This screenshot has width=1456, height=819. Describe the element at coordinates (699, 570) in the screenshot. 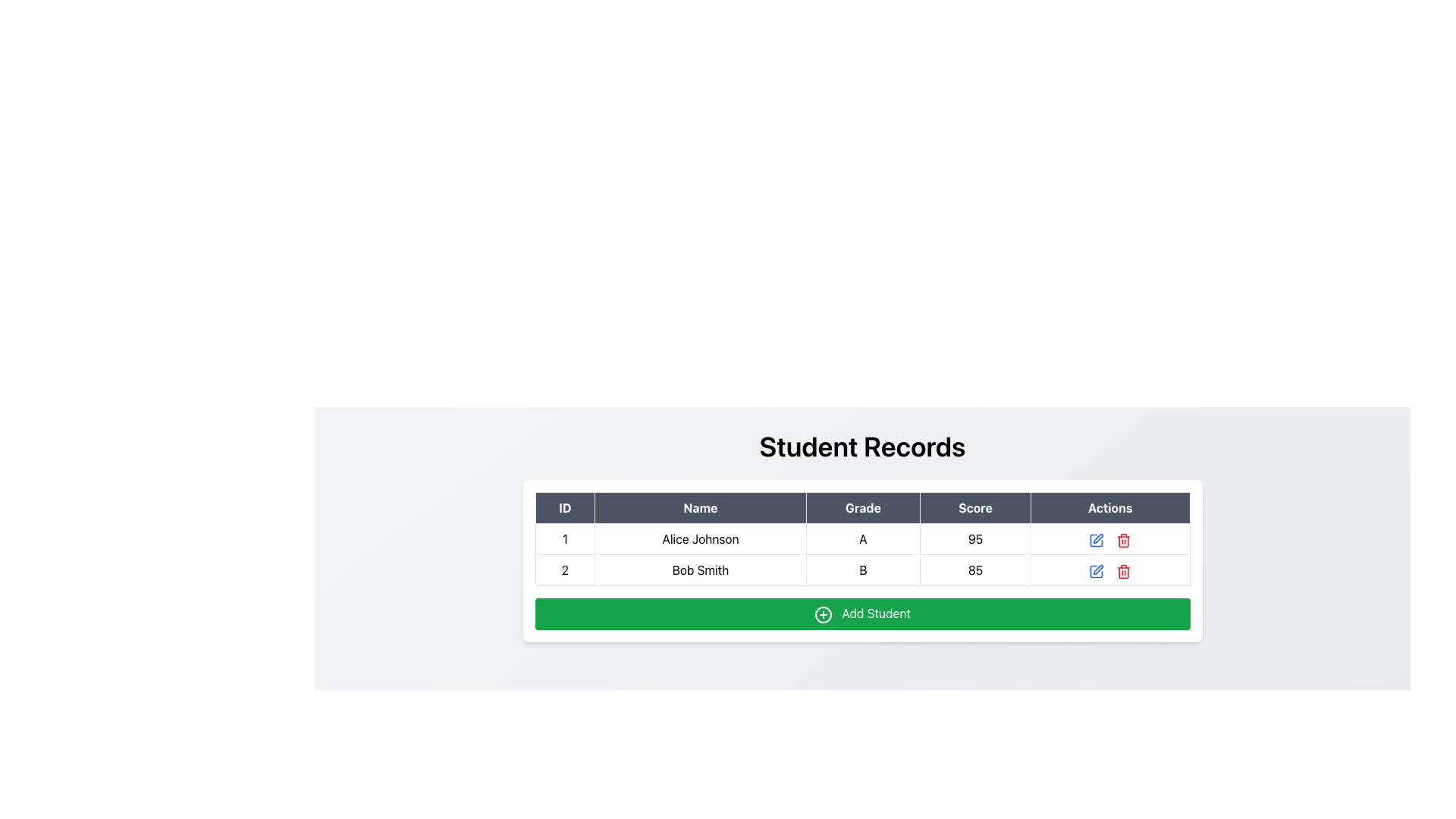

I see `the text label displaying the name of the student 'Bob Smith', which is located in the second row under the 'Name' column of the student records table` at that location.